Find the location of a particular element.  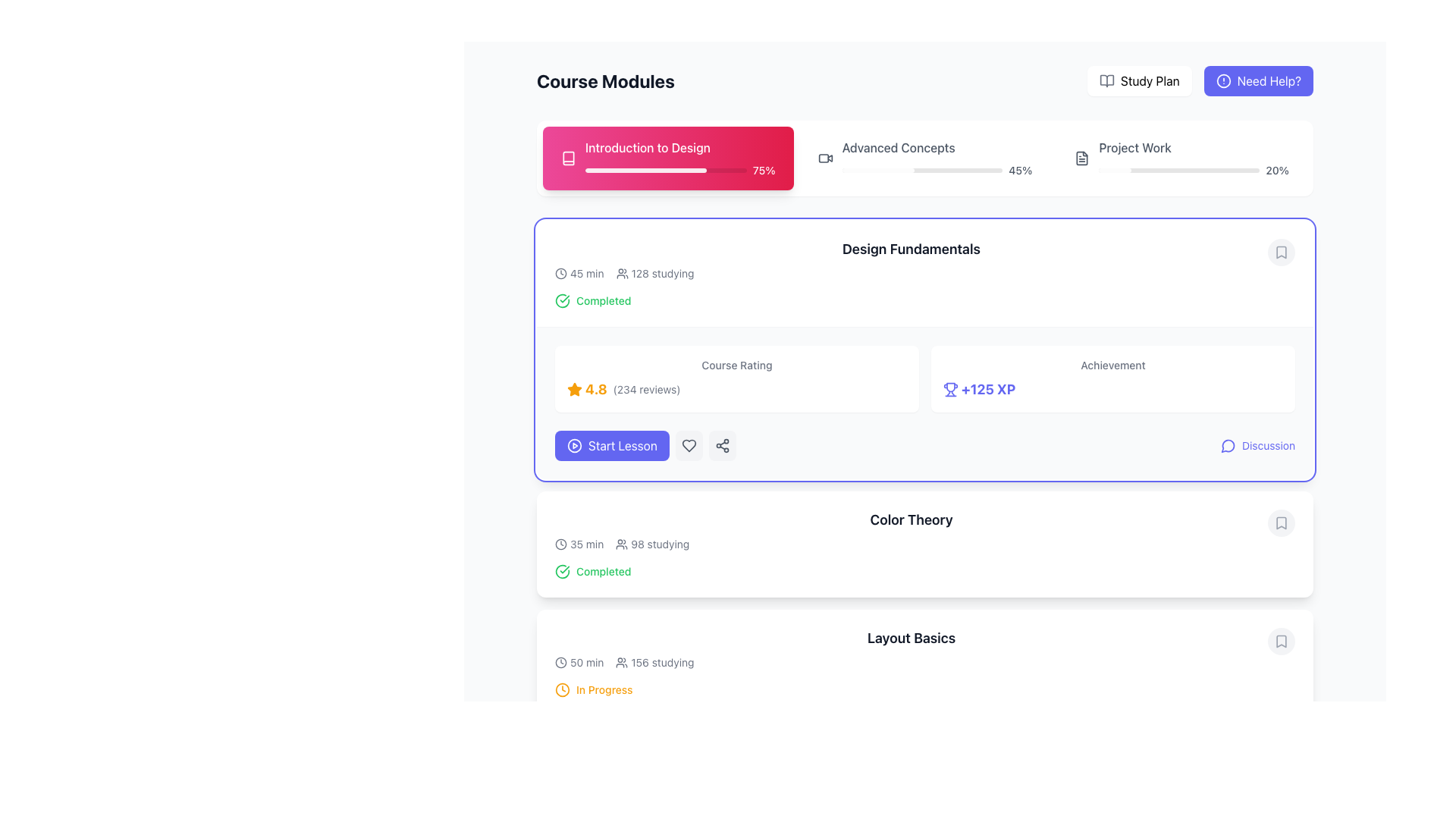

the icon button located at the far right of the 'Color Theory' section to bookmark the course is located at coordinates (1280, 641).